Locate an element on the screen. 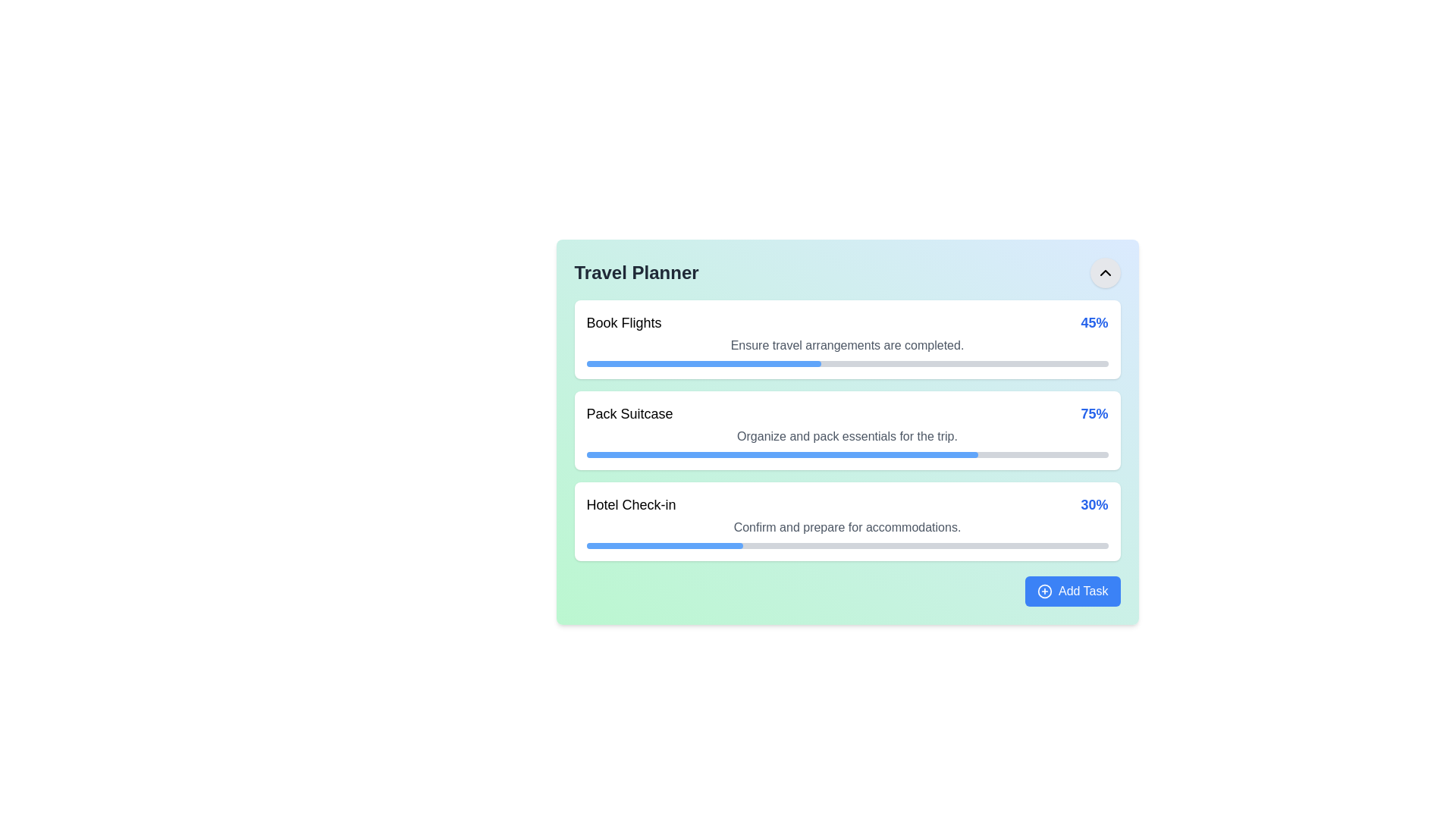 The height and width of the screenshot is (819, 1456). the 'Pack Suitcase' task list item with progress bar for potential further actions is located at coordinates (846, 430).